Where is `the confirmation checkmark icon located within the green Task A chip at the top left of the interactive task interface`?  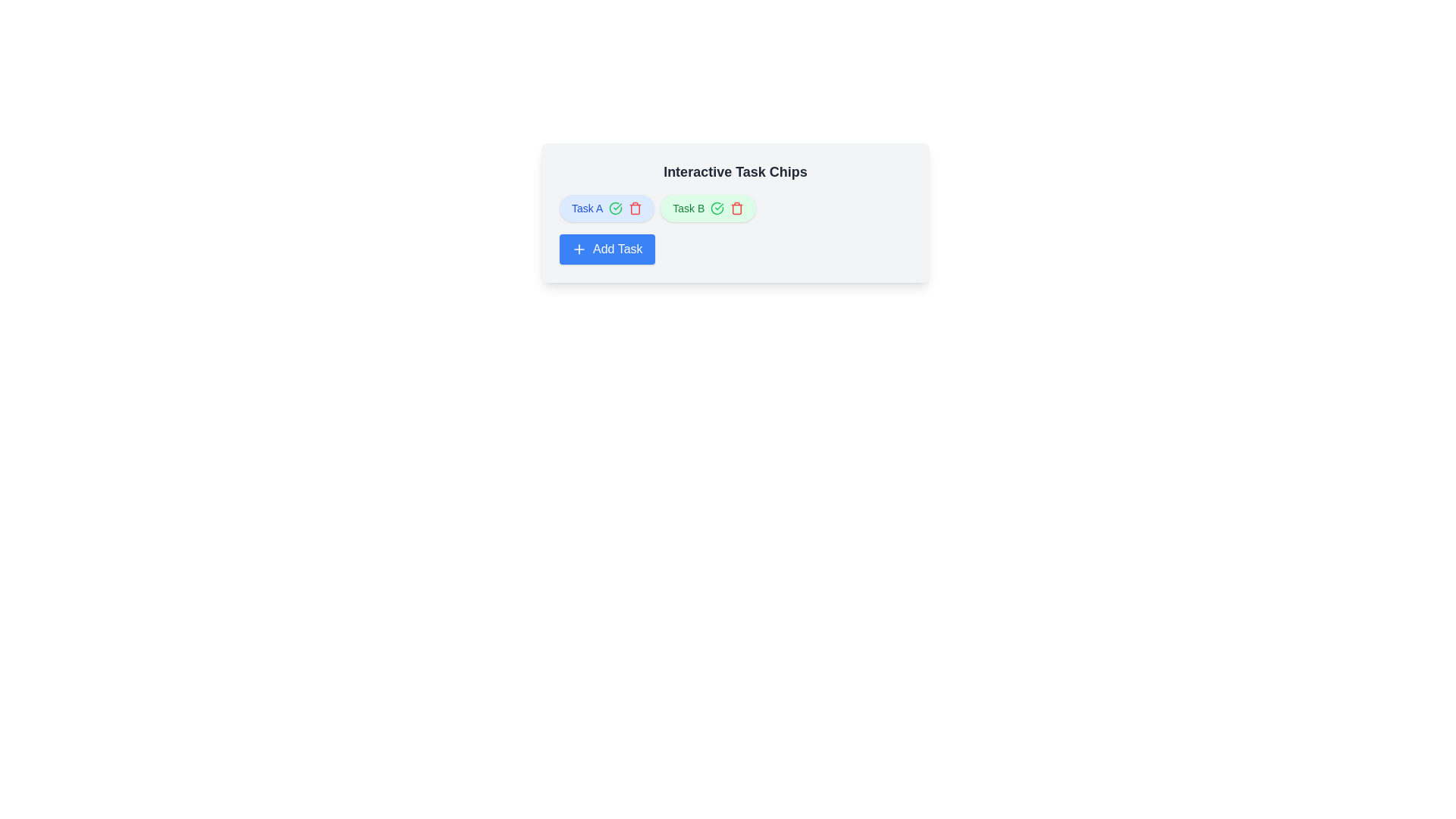 the confirmation checkmark icon located within the green Task A chip at the top left of the interactive task interface is located at coordinates (717, 208).